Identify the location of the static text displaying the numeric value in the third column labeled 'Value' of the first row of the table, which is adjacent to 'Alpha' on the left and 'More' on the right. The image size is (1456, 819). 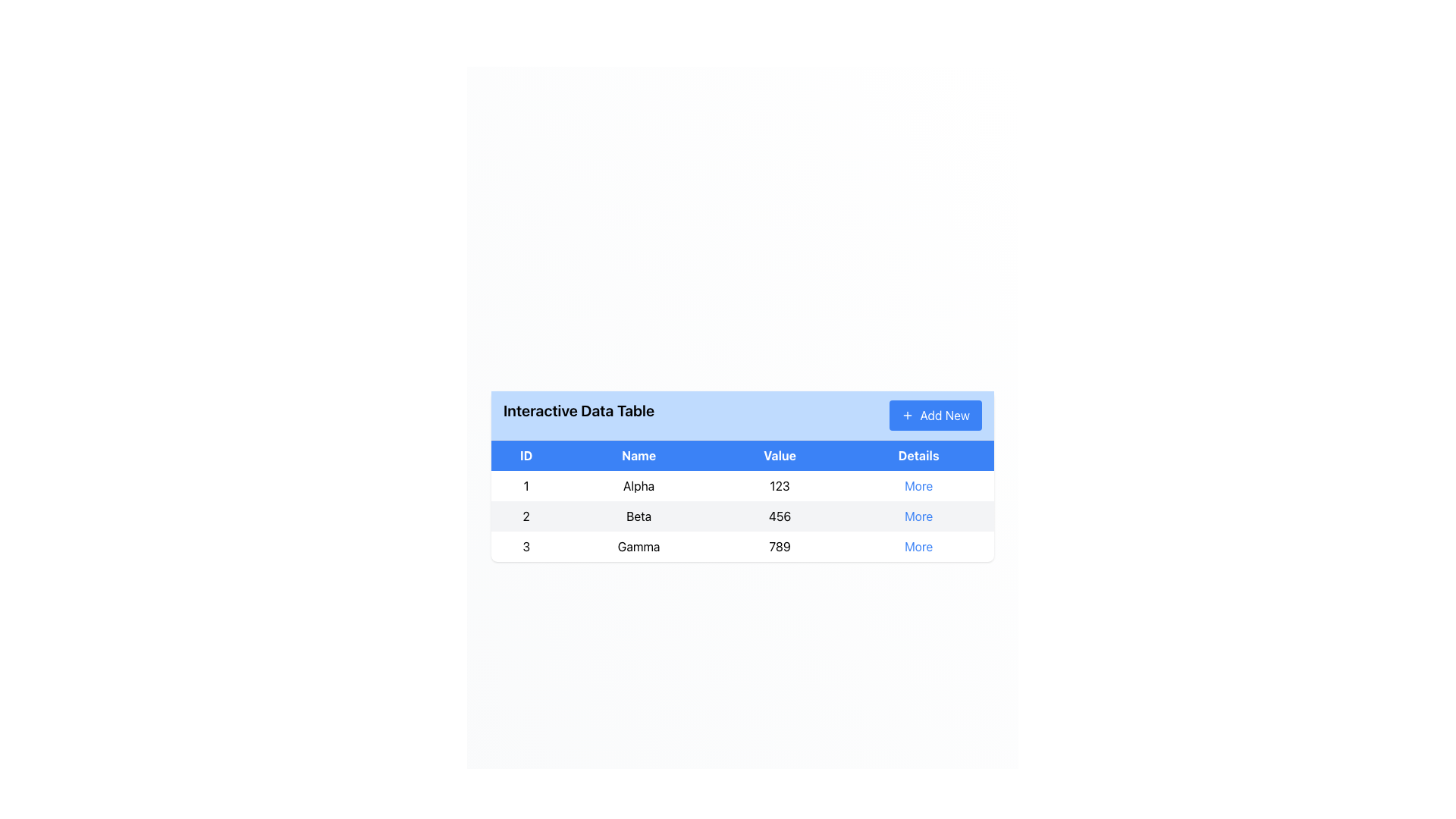
(780, 485).